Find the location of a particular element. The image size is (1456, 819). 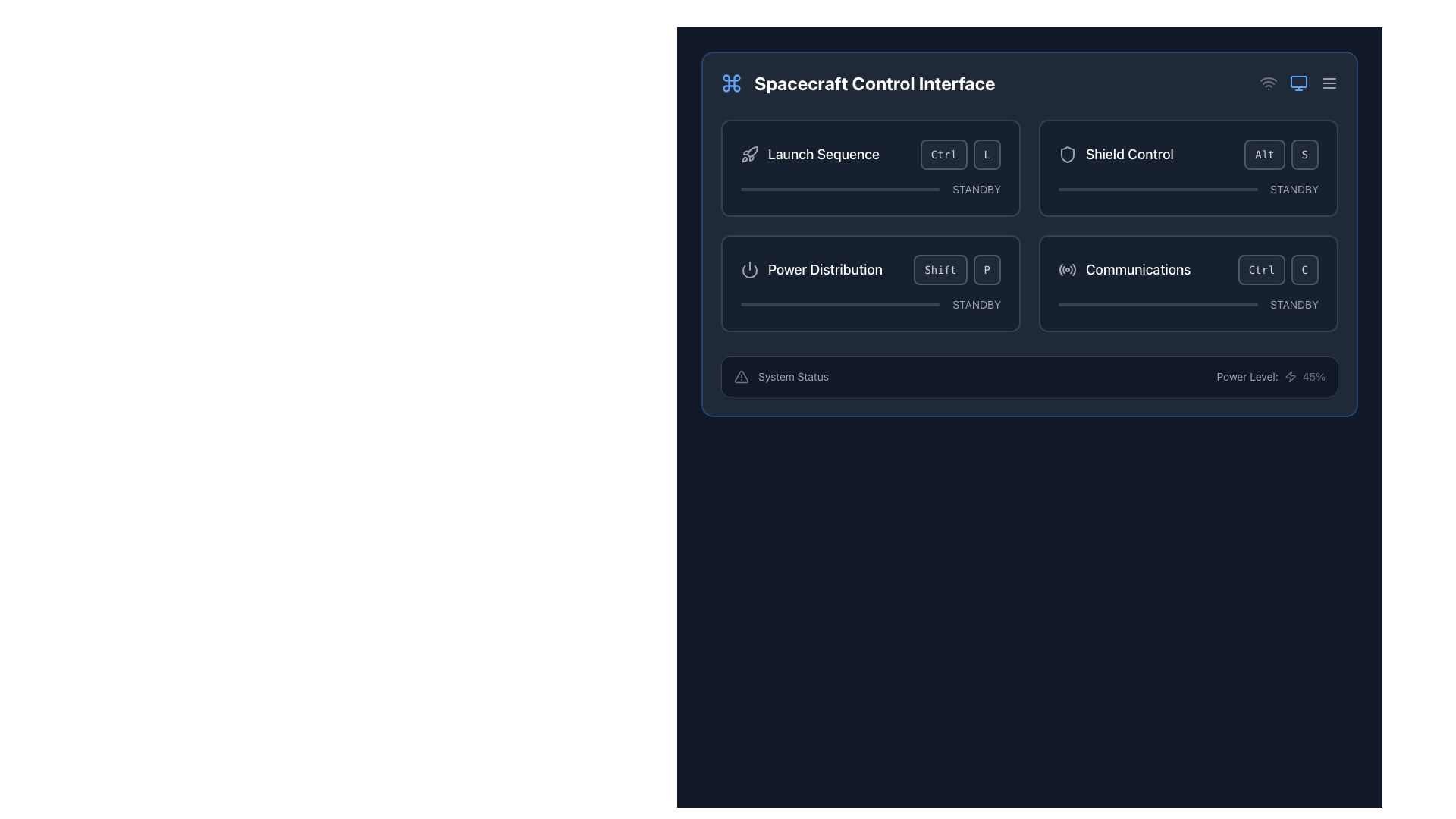

the Wi-Fi symbol icon, which is the first icon in a group of three located at the top-right corner of the interface, indicating network connectivity is located at coordinates (1269, 83).